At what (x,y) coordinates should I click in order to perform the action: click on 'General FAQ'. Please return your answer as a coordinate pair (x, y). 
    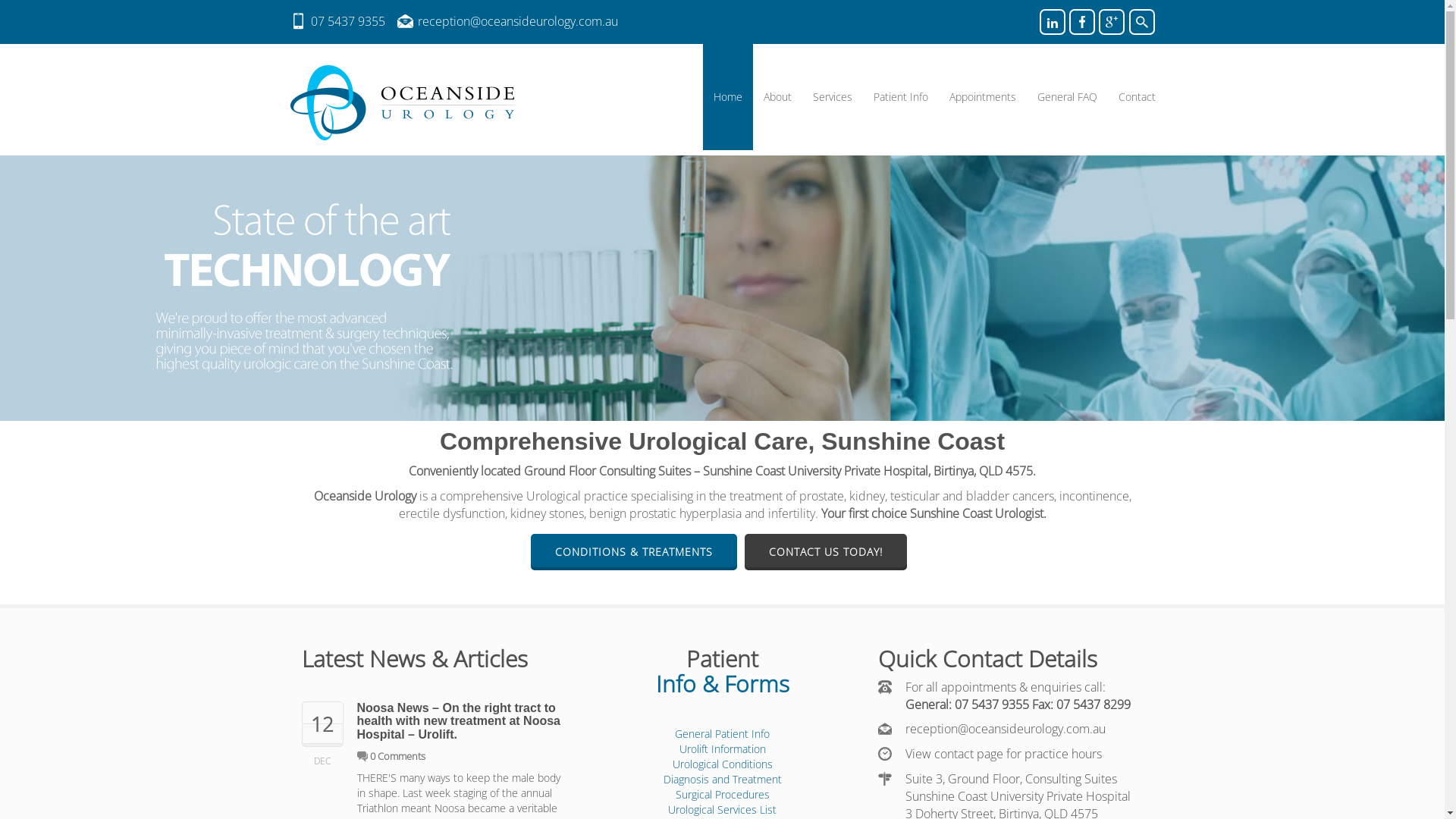
    Looking at the image, I should click on (1026, 96).